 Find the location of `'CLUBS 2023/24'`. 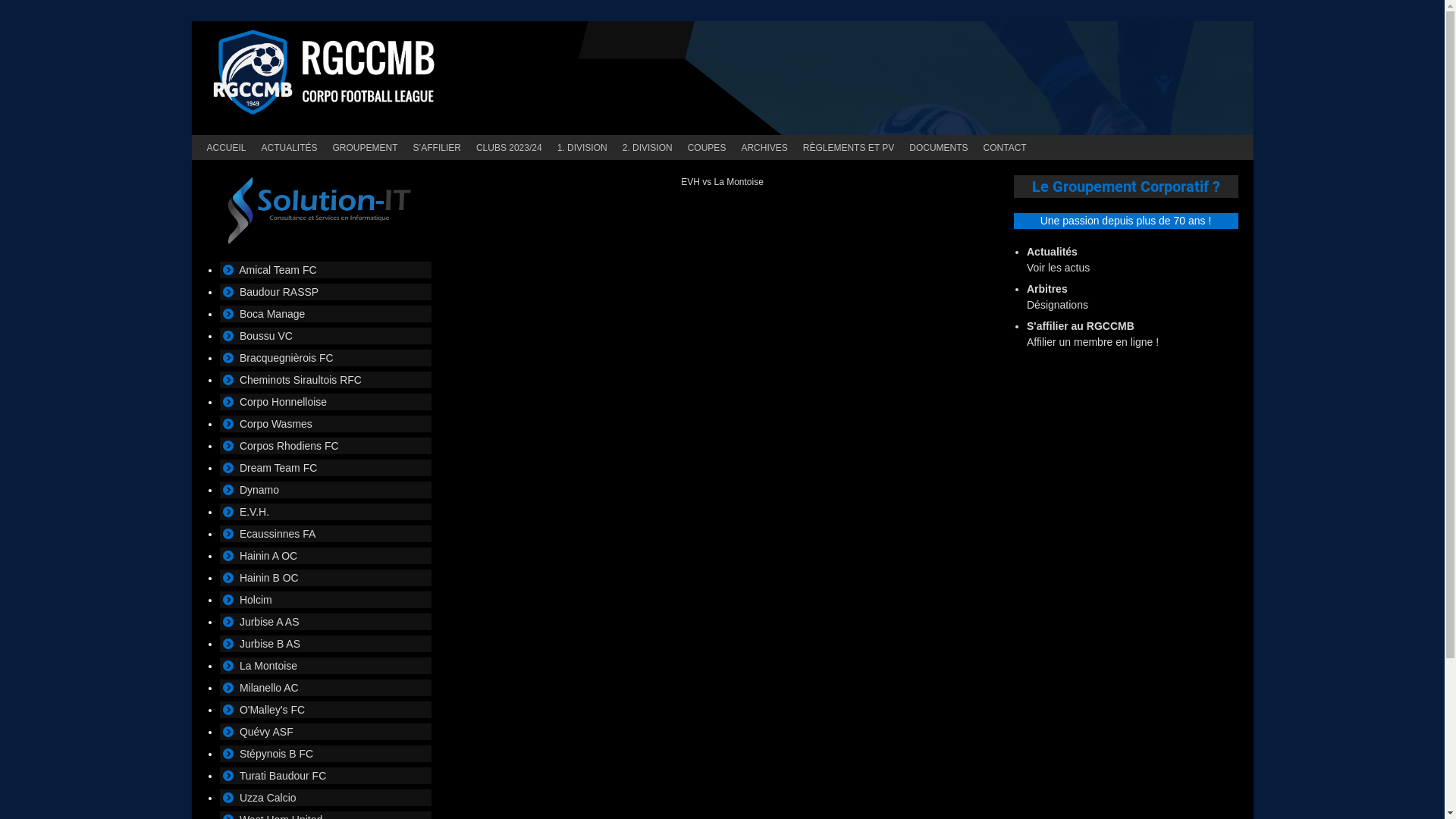

'CLUBS 2023/24' is located at coordinates (509, 147).